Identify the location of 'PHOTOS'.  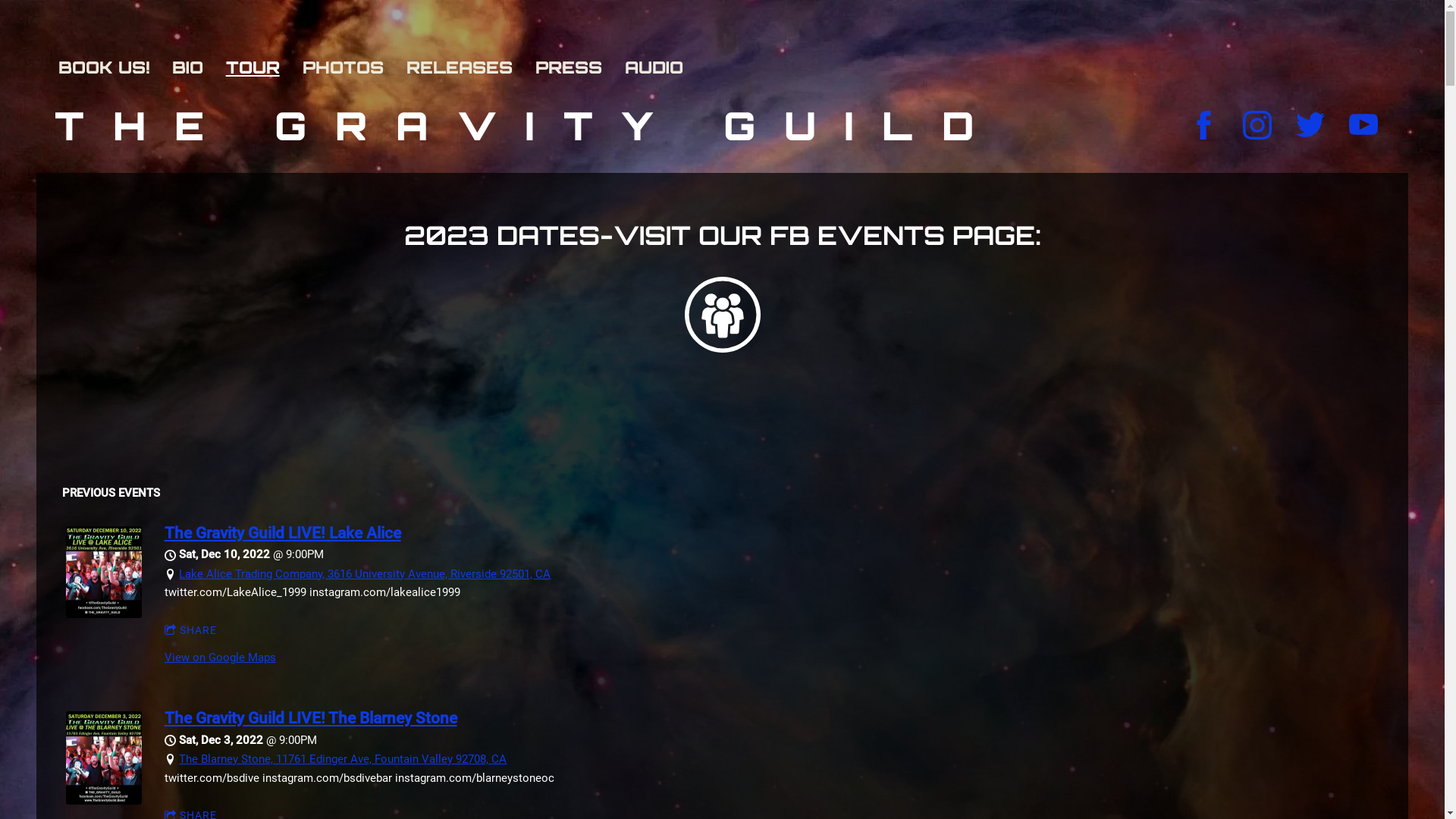
(350, 66).